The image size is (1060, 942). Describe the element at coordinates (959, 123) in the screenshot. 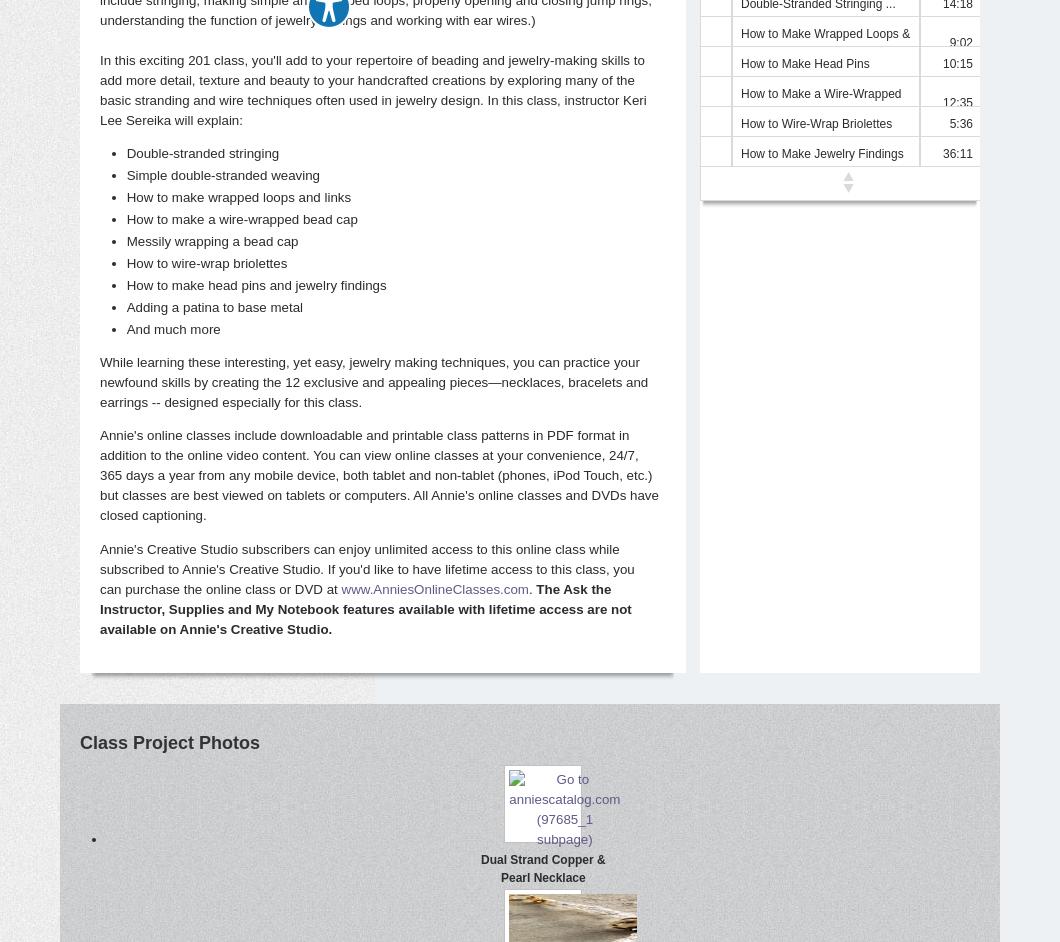

I see `'5:36'` at that location.